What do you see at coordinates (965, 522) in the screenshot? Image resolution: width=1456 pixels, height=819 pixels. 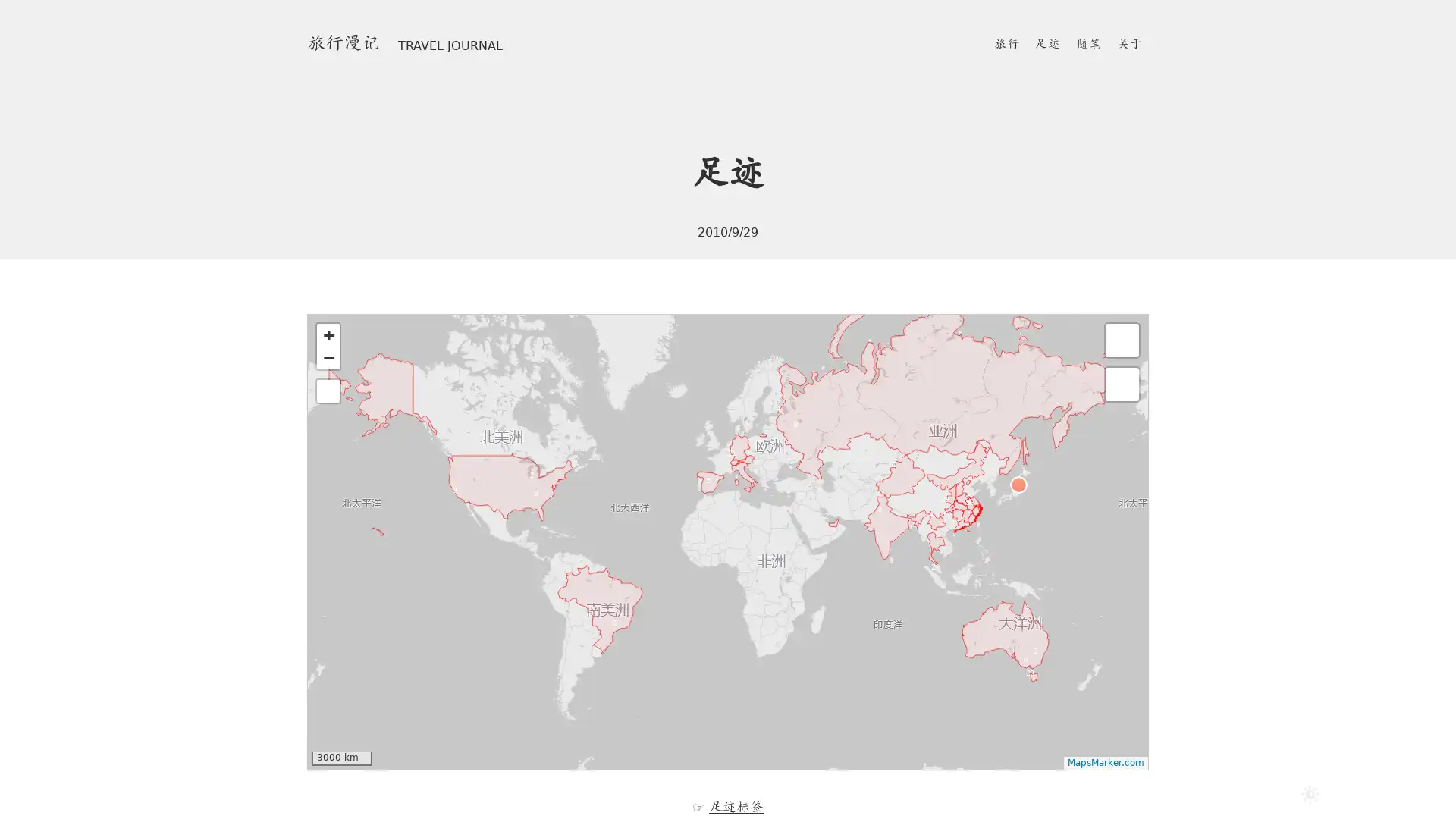 I see `13` at bounding box center [965, 522].